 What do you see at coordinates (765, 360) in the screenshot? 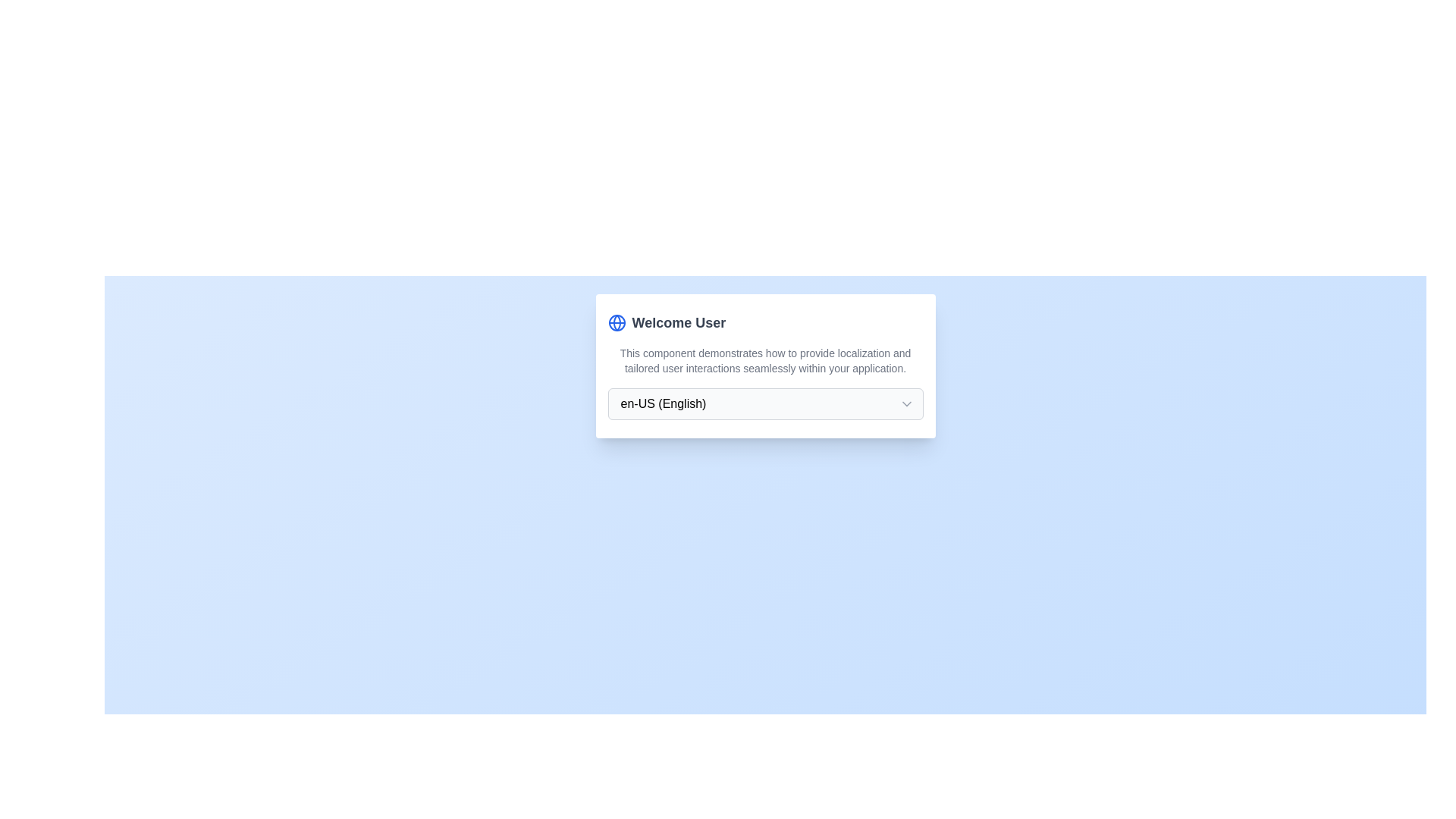
I see `the descriptive text element that informs users about the functionality of surrounding UI components, located below the title 'Welcome User' and above the dropdown menu for language selection` at bounding box center [765, 360].